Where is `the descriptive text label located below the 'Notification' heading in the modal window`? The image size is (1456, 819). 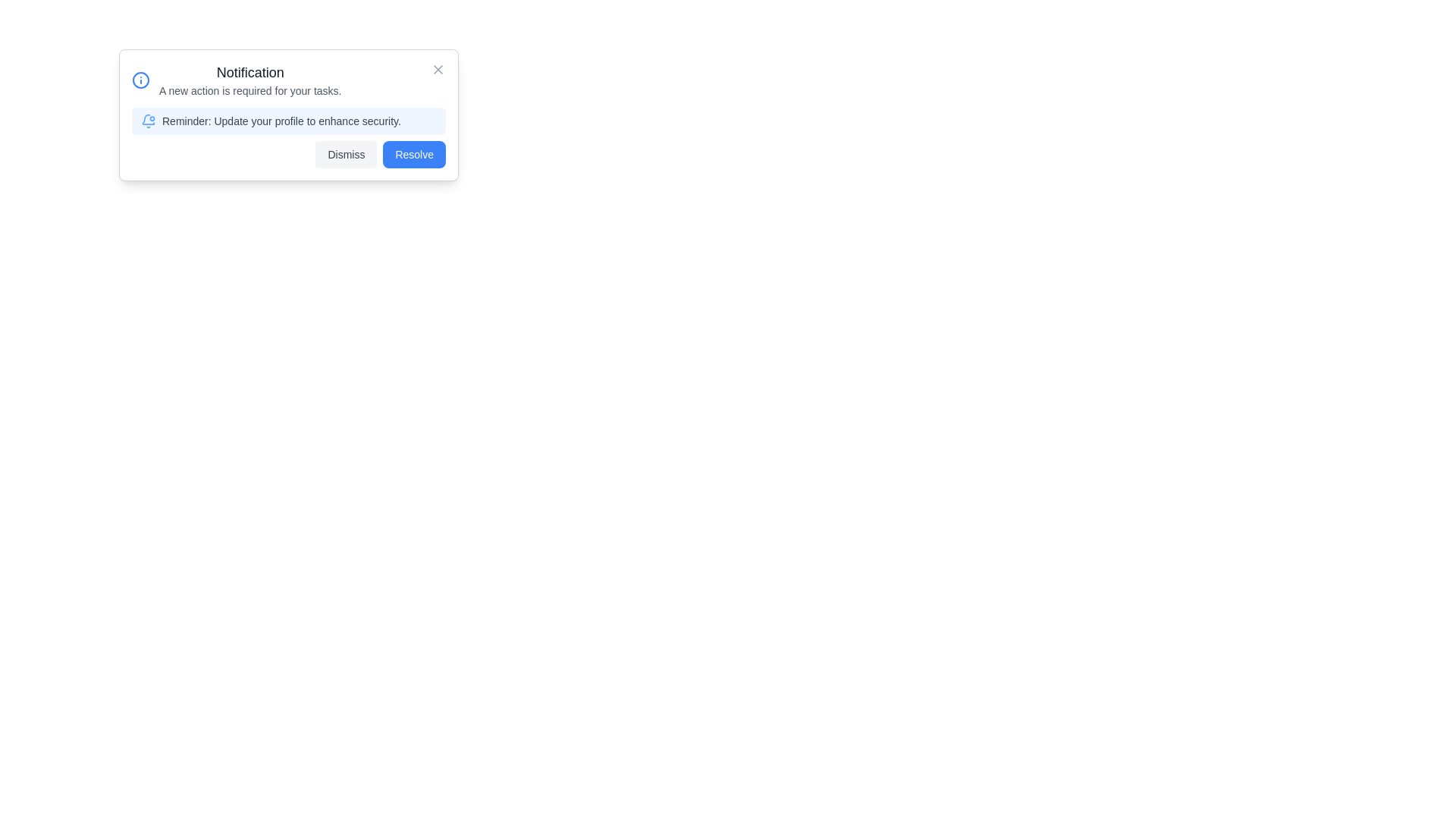
the descriptive text label located below the 'Notification' heading in the modal window is located at coordinates (250, 90).